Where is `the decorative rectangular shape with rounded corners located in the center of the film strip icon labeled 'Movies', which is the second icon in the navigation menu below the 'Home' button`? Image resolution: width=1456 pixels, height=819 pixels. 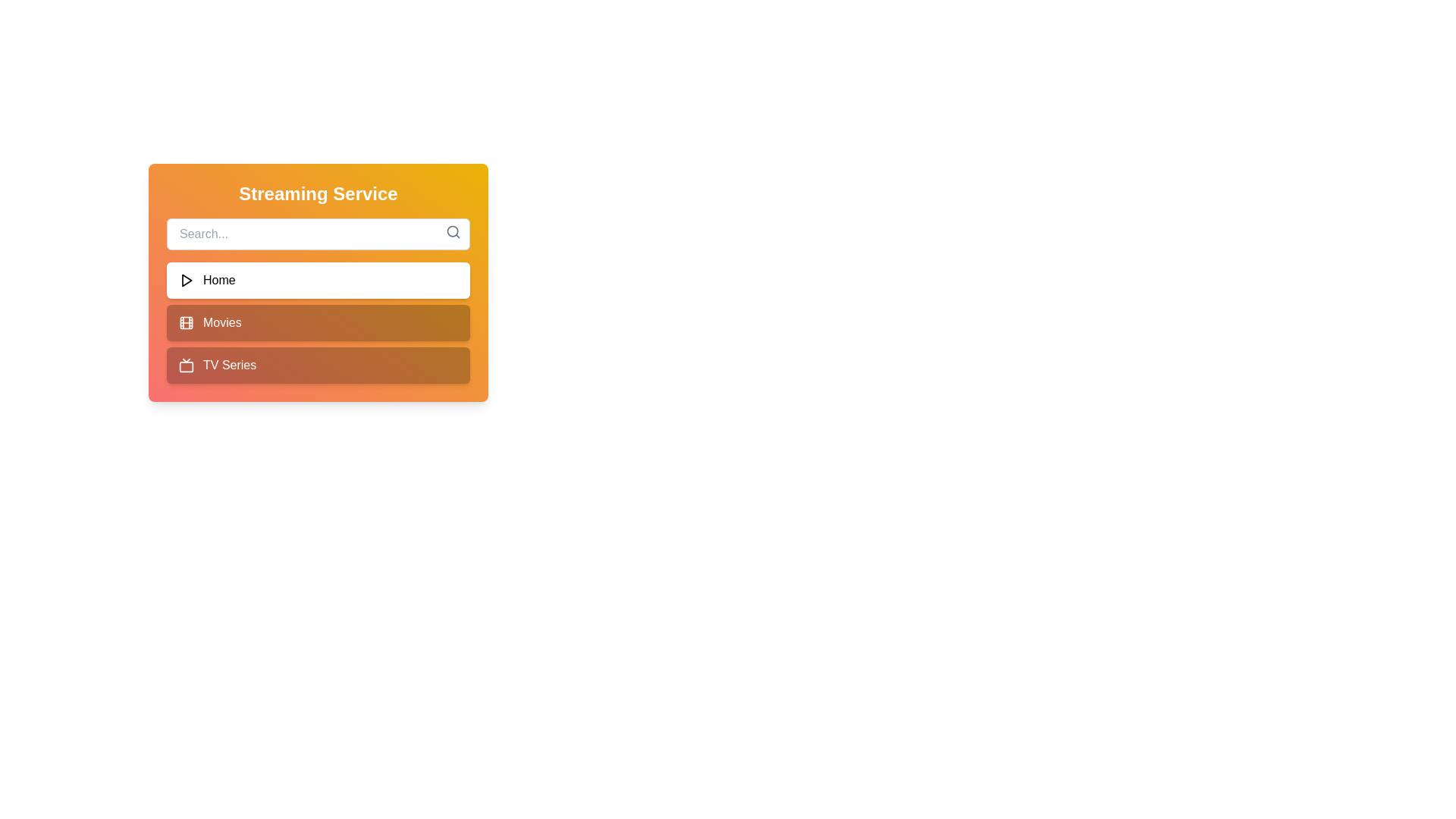
the decorative rectangular shape with rounded corners located in the center of the film strip icon labeled 'Movies', which is the second icon in the navigation menu below the 'Home' button is located at coordinates (185, 322).